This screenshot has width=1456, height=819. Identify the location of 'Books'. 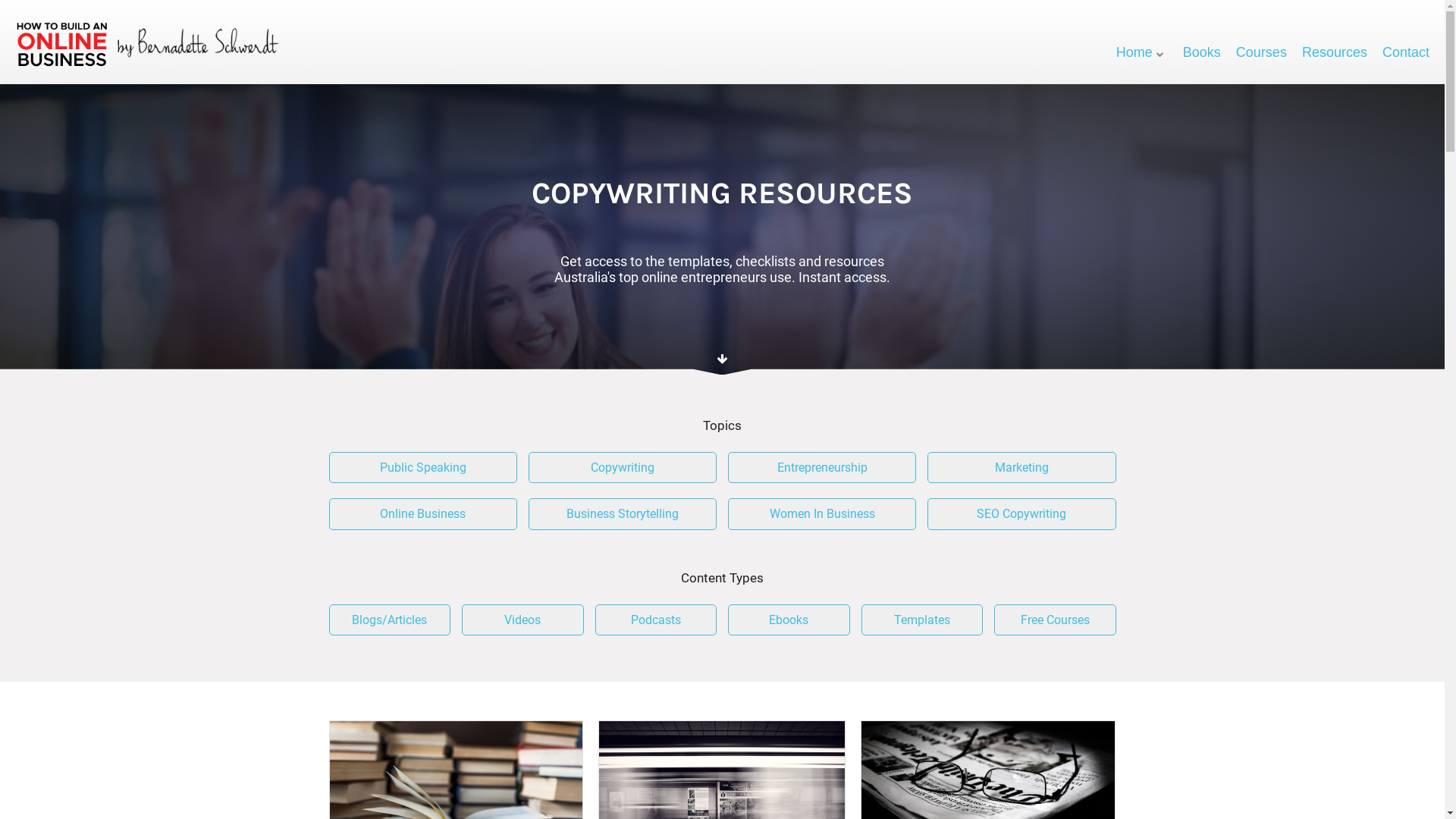
(1200, 52).